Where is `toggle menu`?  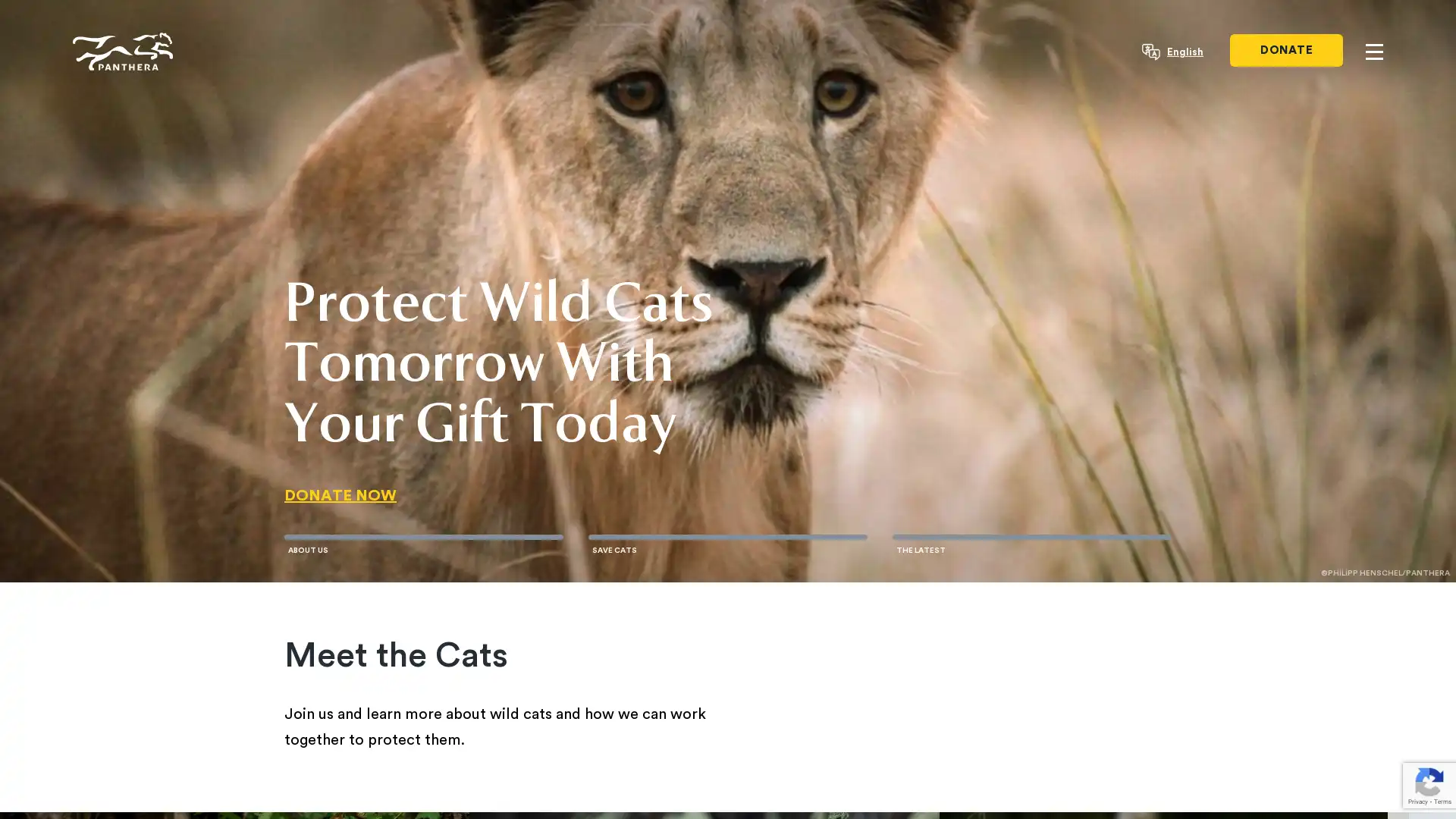 toggle menu is located at coordinates (1374, 51).